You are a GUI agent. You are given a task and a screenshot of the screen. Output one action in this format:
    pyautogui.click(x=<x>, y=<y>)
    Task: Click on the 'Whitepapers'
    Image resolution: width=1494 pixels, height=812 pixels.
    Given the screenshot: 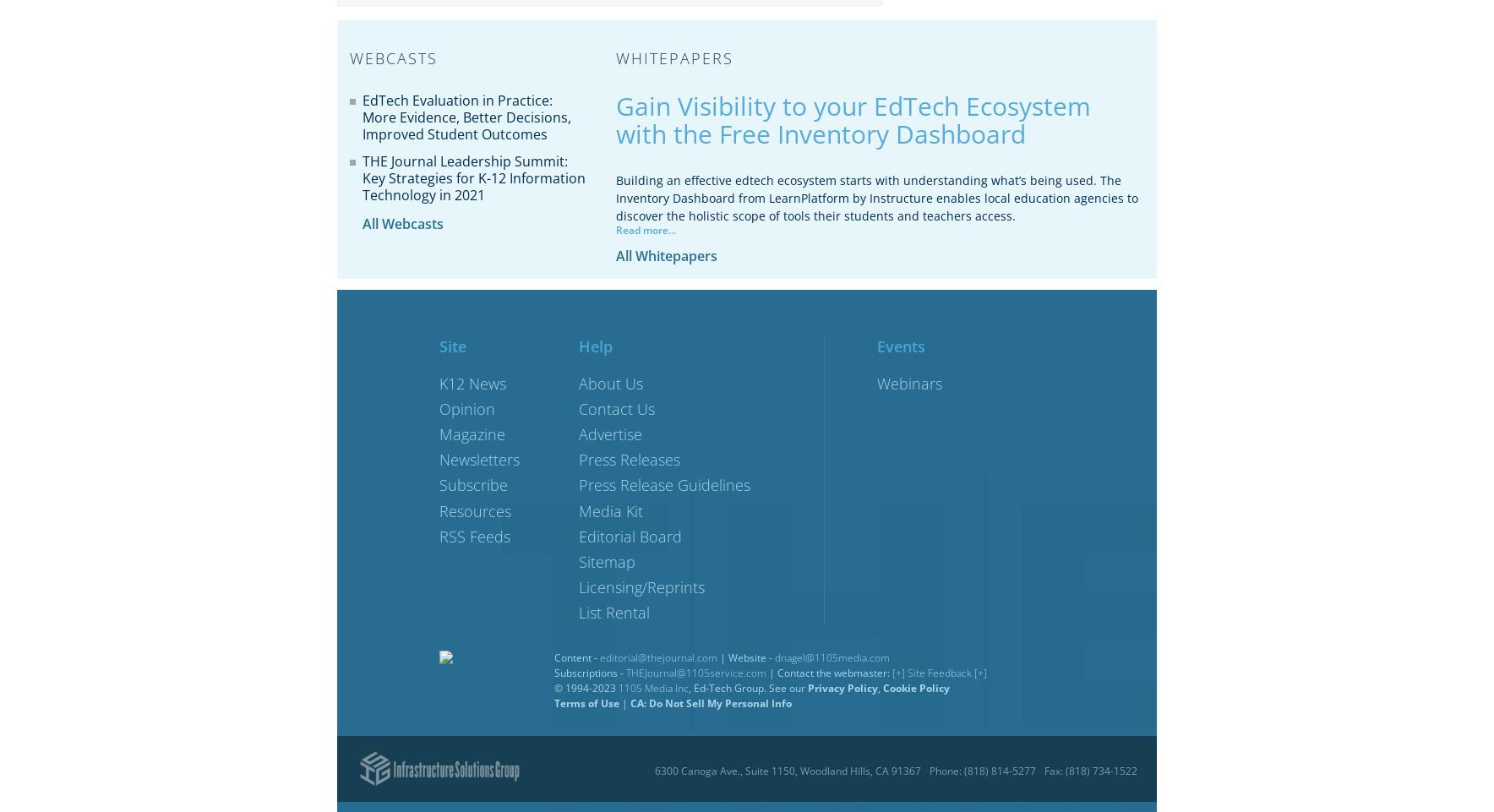 What is the action you would take?
    pyautogui.click(x=674, y=57)
    